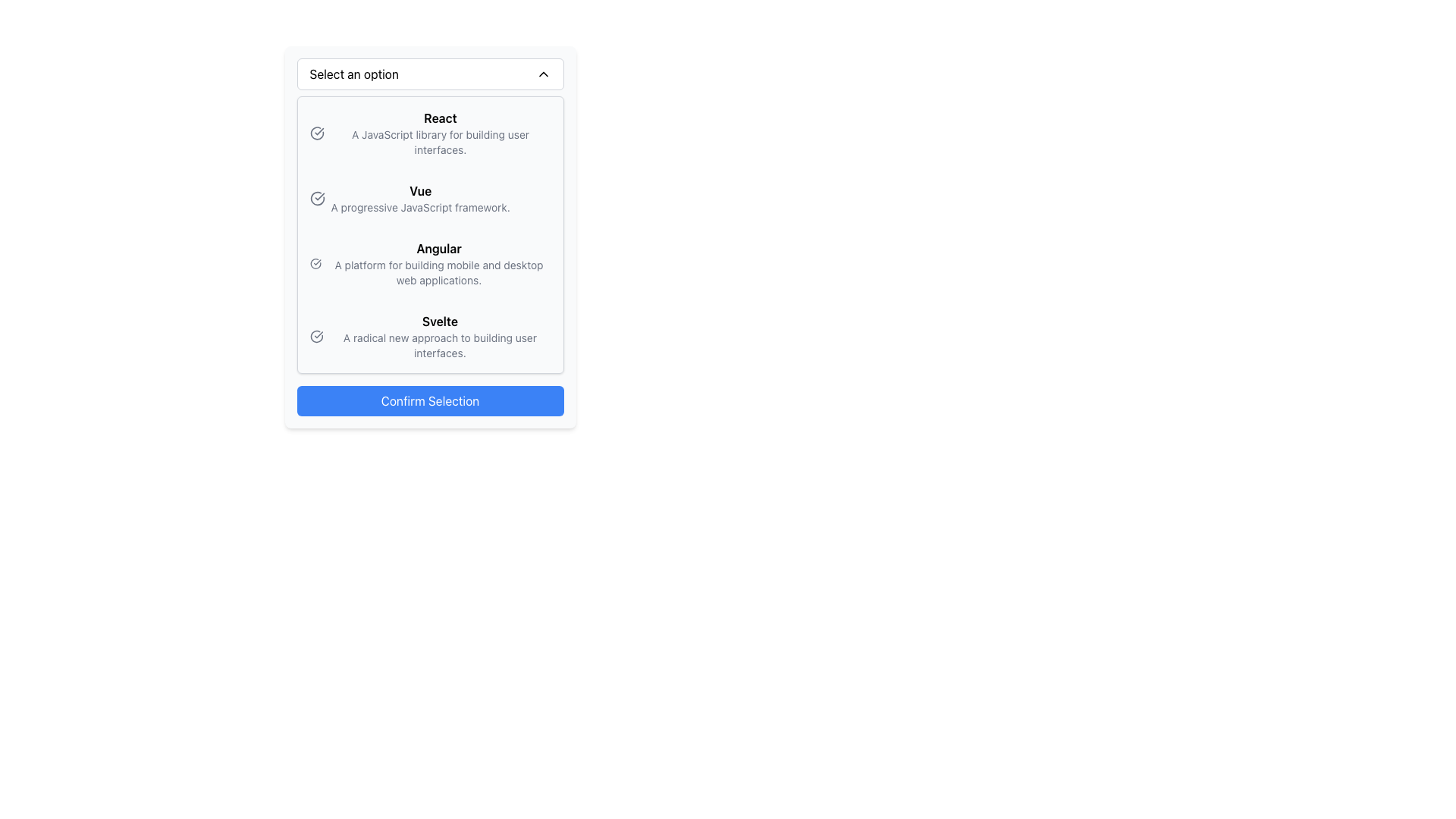 This screenshot has width=1456, height=819. What do you see at coordinates (316, 198) in the screenshot?
I see `the circular checkbox icon representing a checkmark for the 'Vue' option in the dropdown list, which is styled with a simplistic outline and gray color` at bounding box center [316, 198].